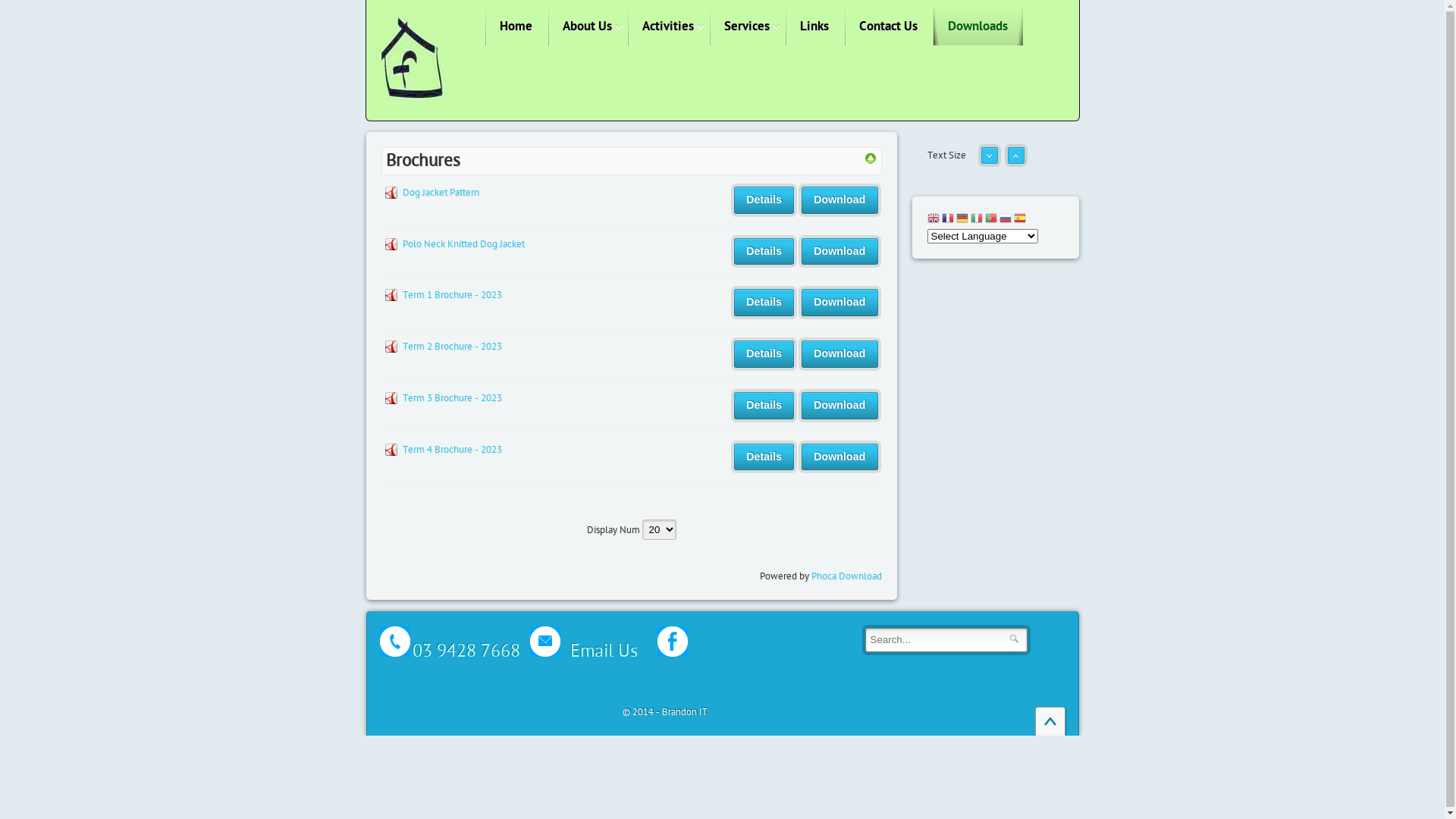 This screenshot has height=819, width=1456. What do you see at coordinates (465, 650) in the screenshot?
I see `'03 9428 7668'` at bounding box center [465, 650].